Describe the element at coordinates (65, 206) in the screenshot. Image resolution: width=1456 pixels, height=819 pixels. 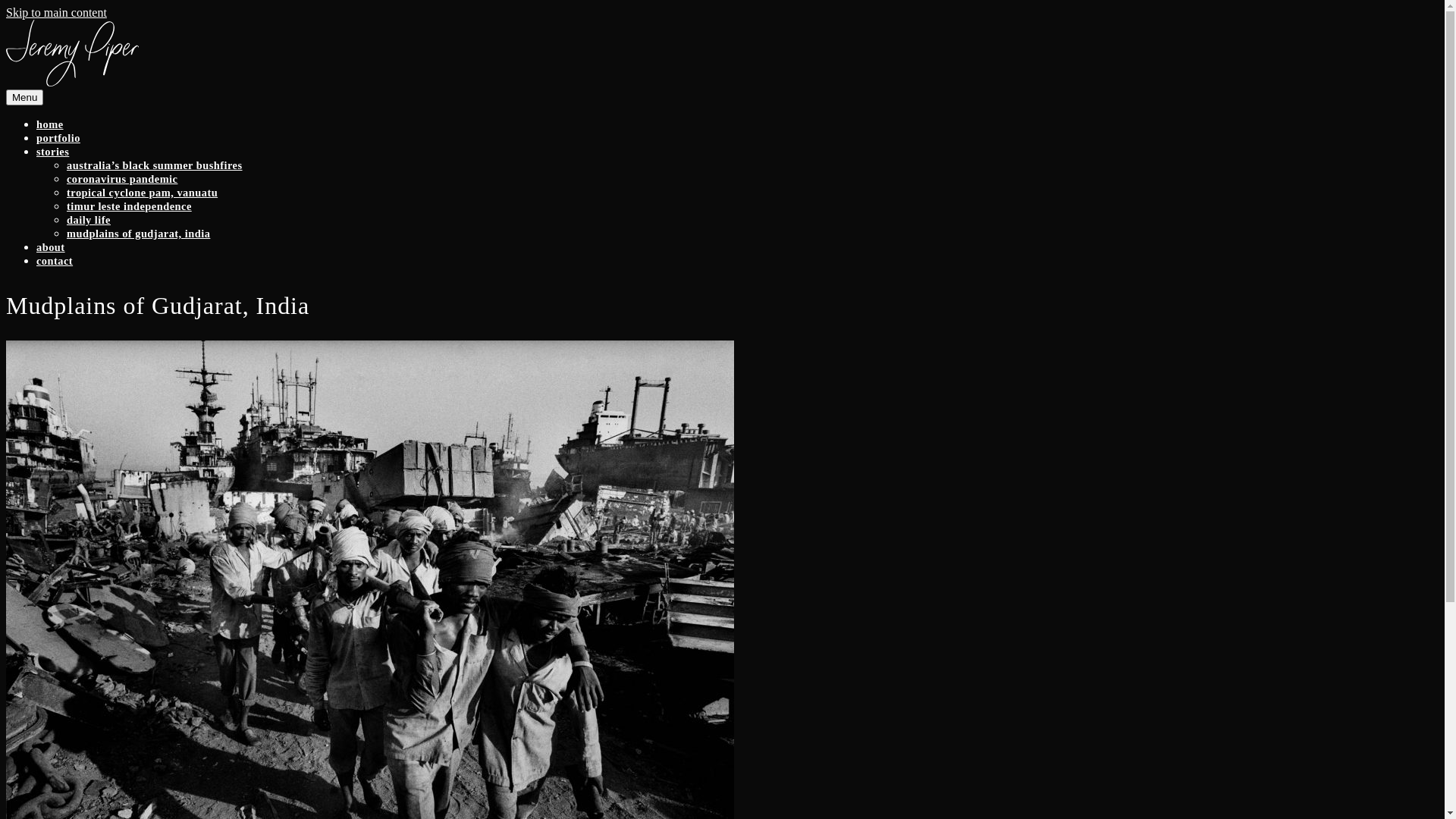
I see `'timur leste independence'` at that location.